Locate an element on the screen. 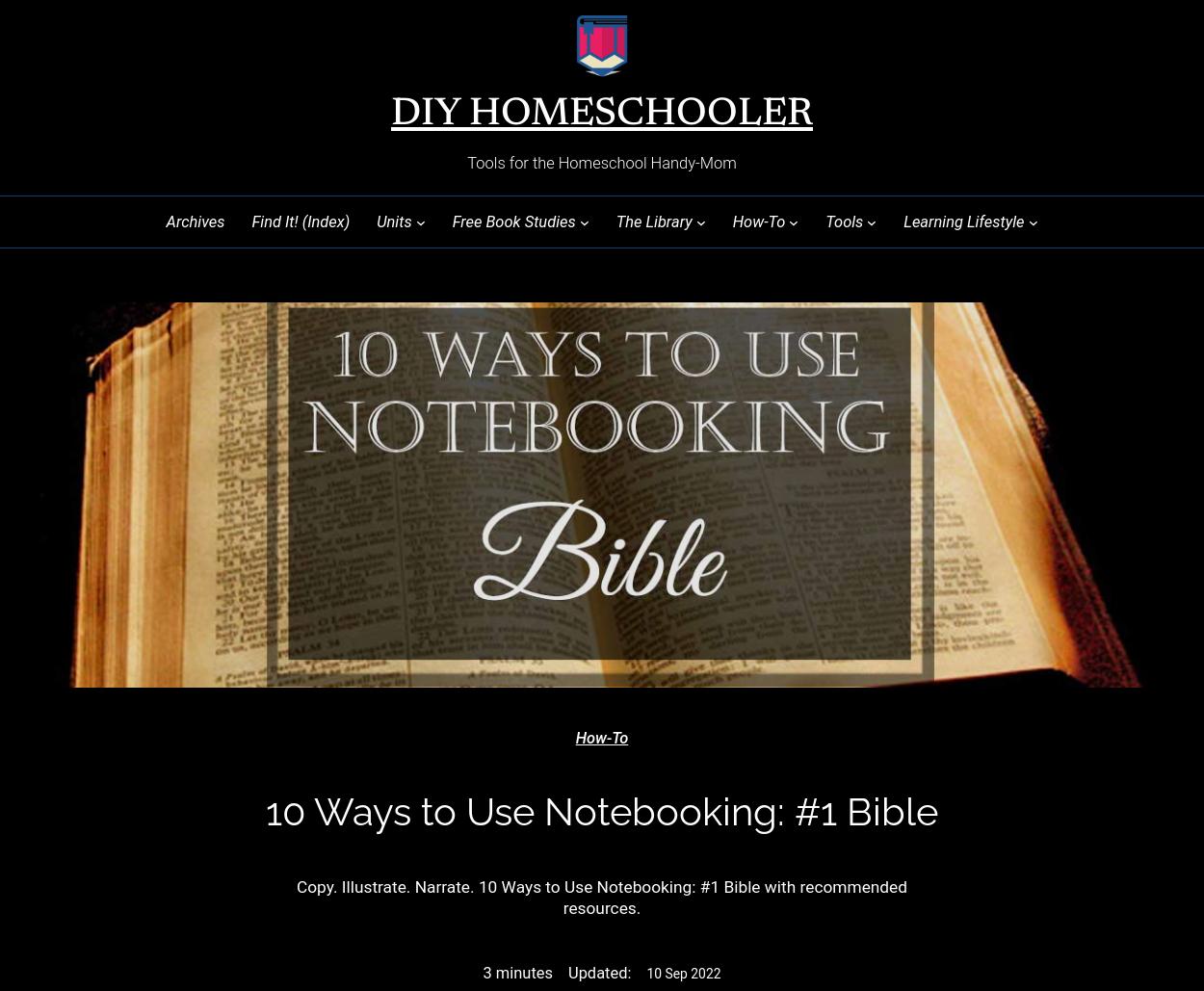 This screenshot has width=1204, height=991. 'Learning Lifestyle' is located at coordinates (903, 220).